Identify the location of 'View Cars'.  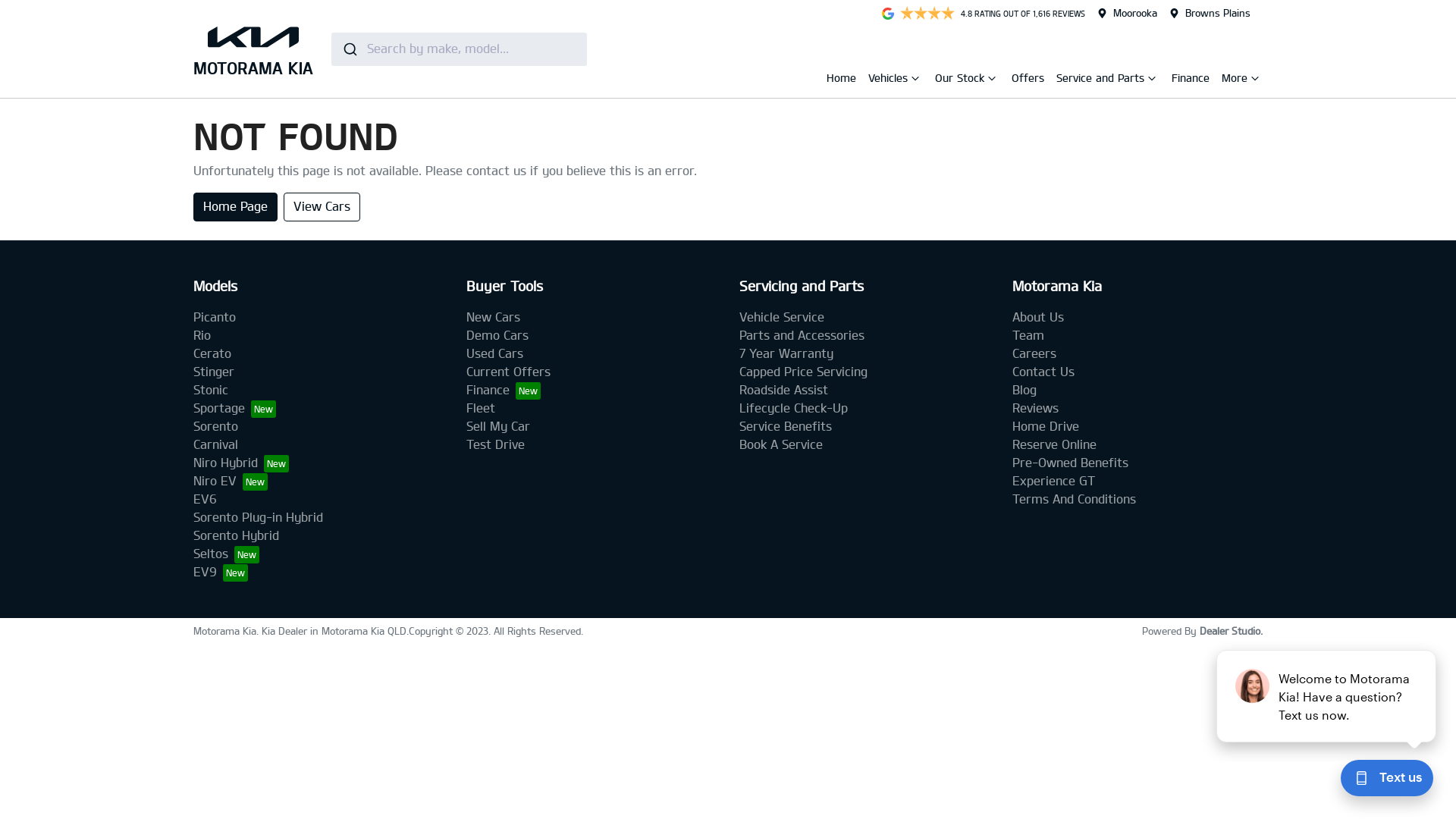
(321, 207).